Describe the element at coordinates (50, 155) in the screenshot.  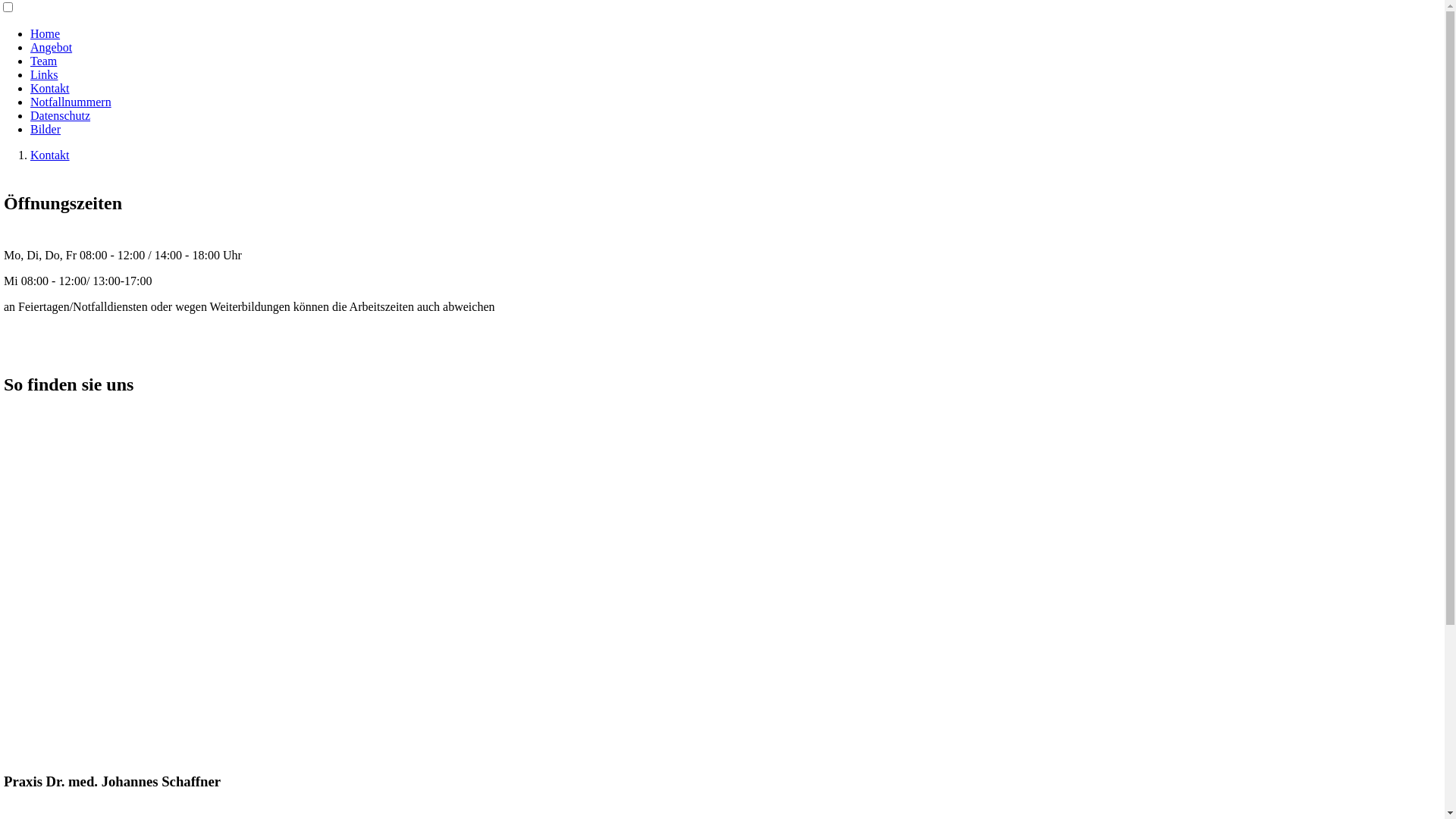
I see `'Kontakt'` at that location.